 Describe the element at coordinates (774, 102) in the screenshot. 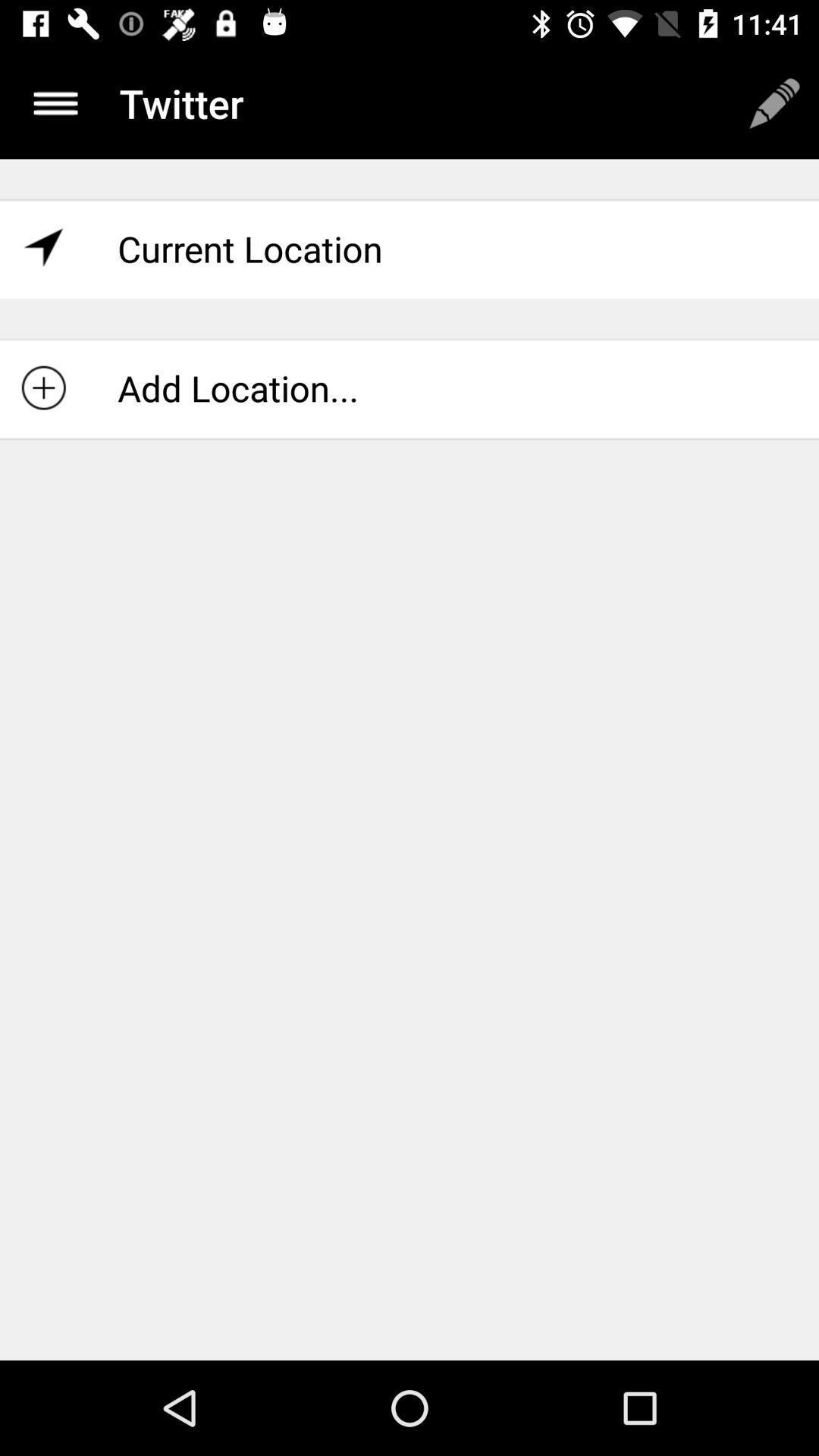

I see `new tweet` at that location.